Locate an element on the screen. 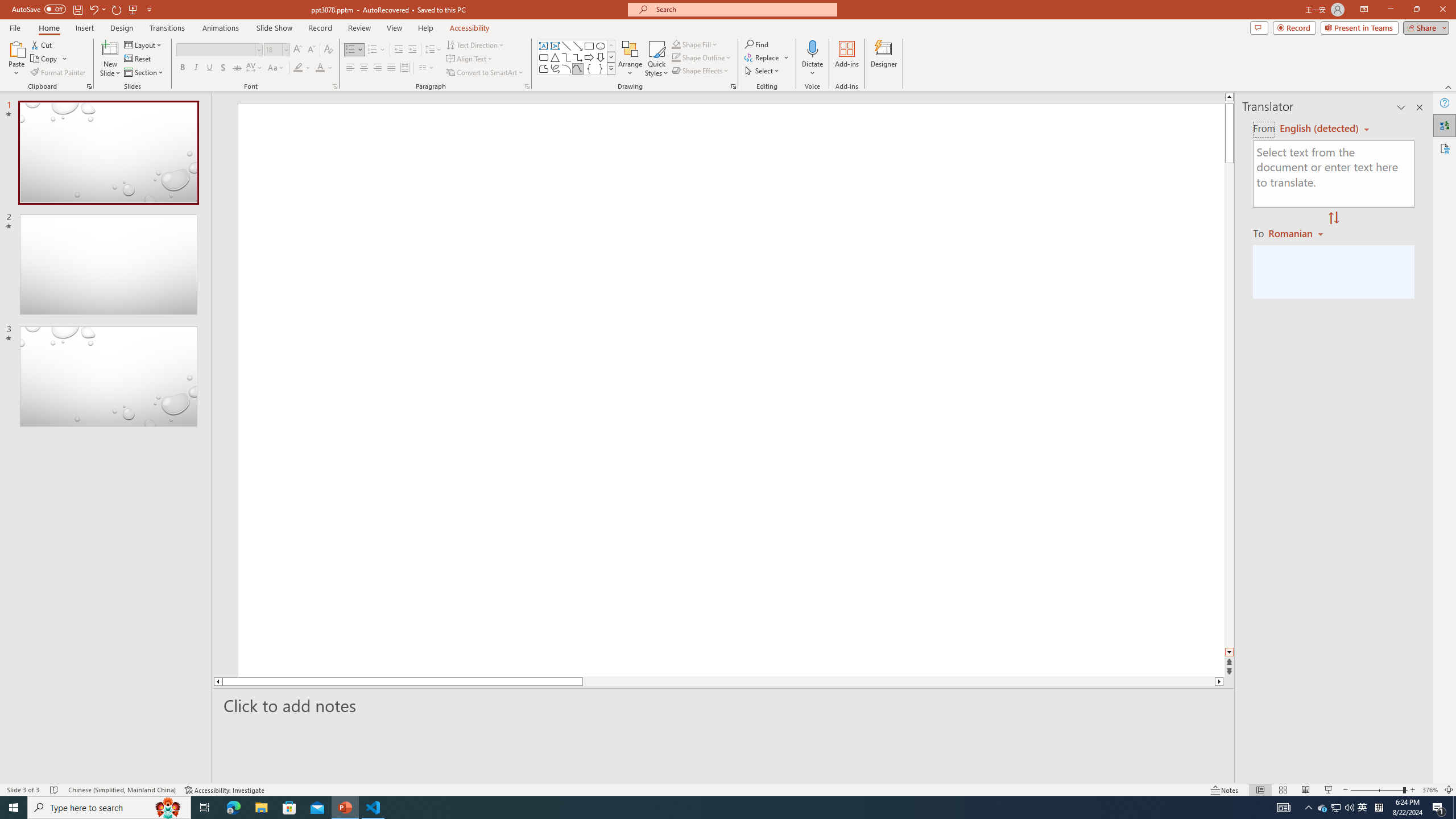 This screenshot has width=1456, height=819. 'Replace...' is located at coordinates (767, 56).